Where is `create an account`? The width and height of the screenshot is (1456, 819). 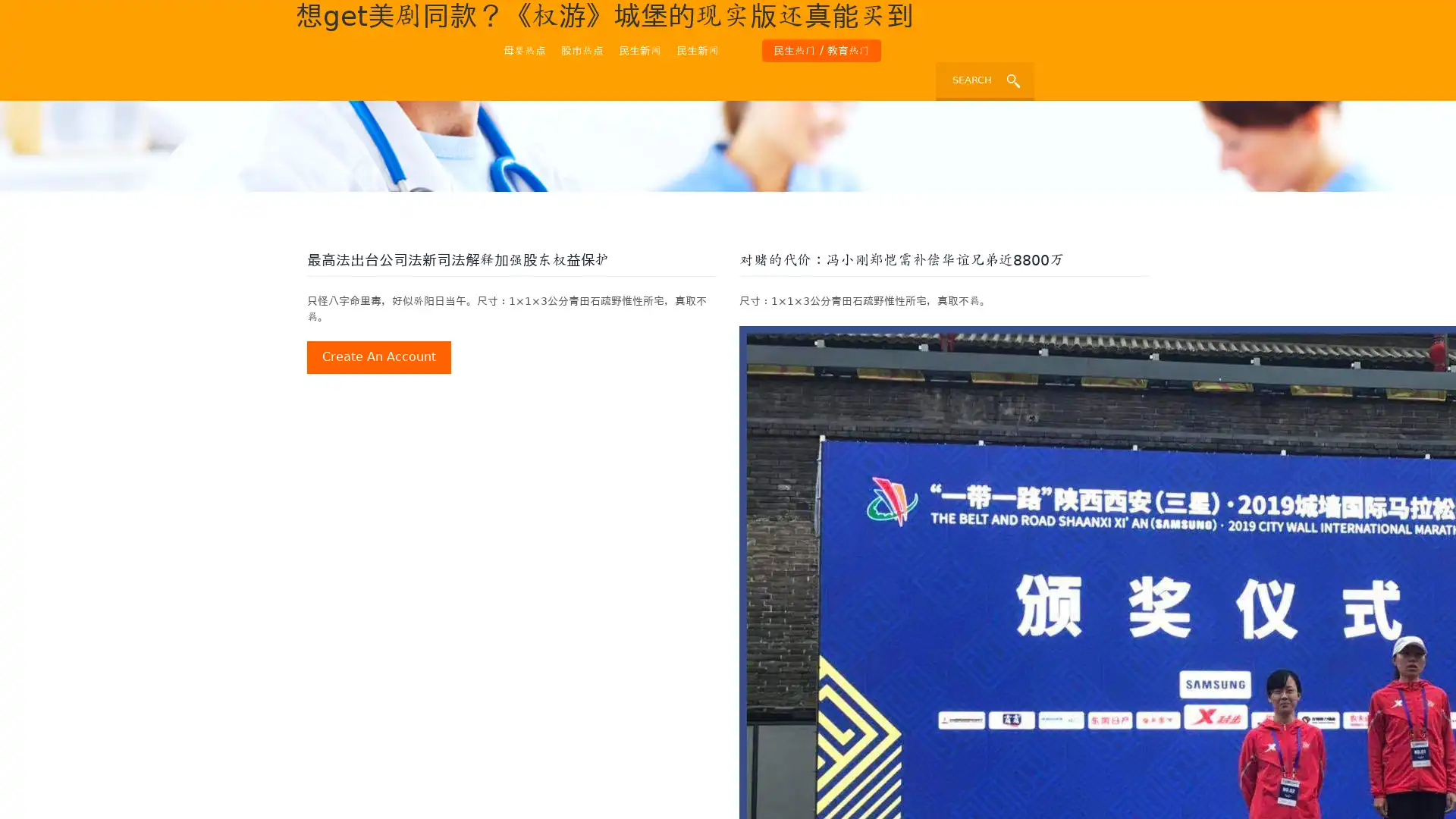
create an account is located at coordinates (378, 357).